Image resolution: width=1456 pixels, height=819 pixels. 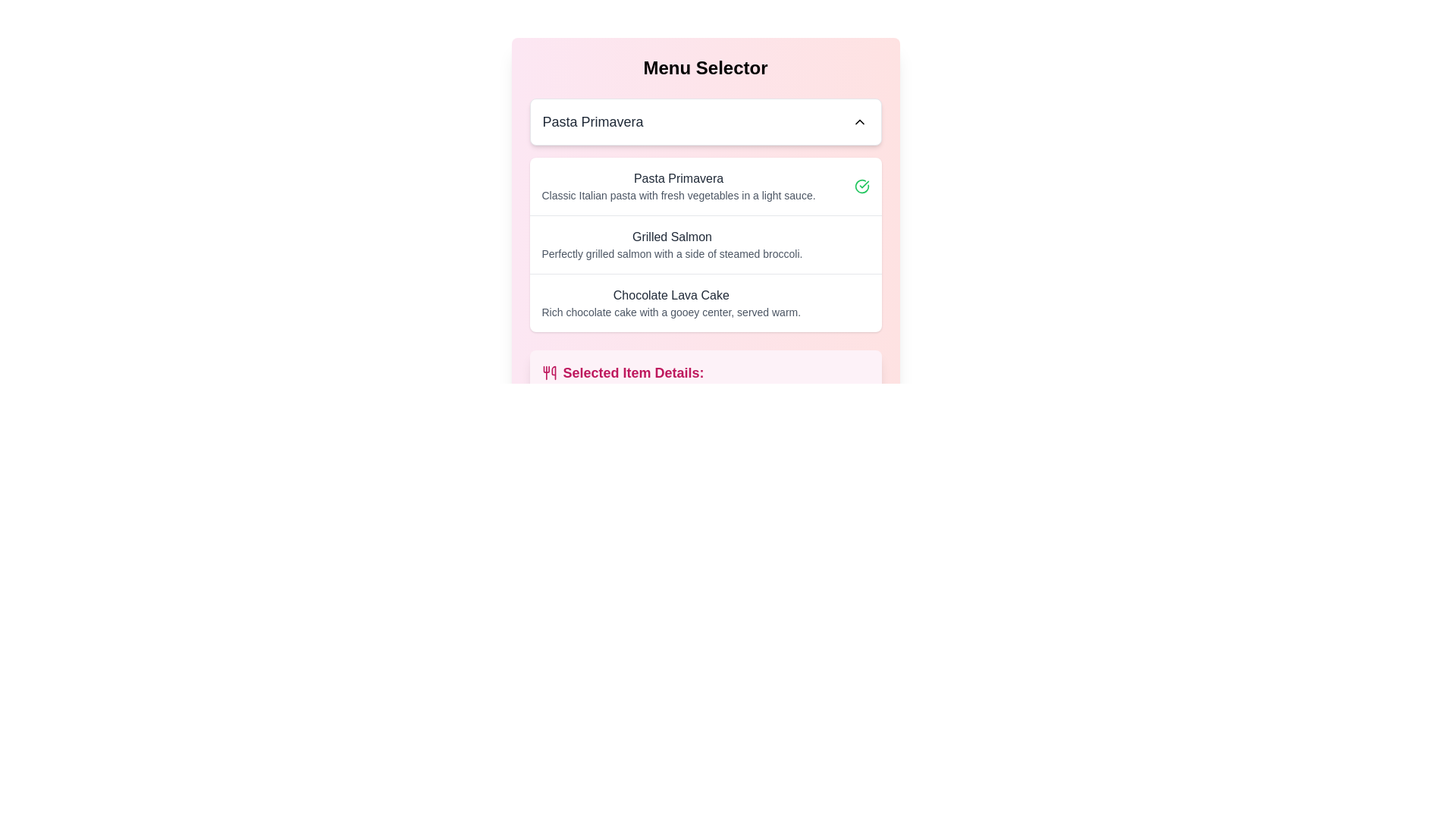 I want to click on the pink fork and knife icon located at the left-most side of the text 'Selected Item Details:' which serves as a header for the detailed section, so click(x=548, y=373).